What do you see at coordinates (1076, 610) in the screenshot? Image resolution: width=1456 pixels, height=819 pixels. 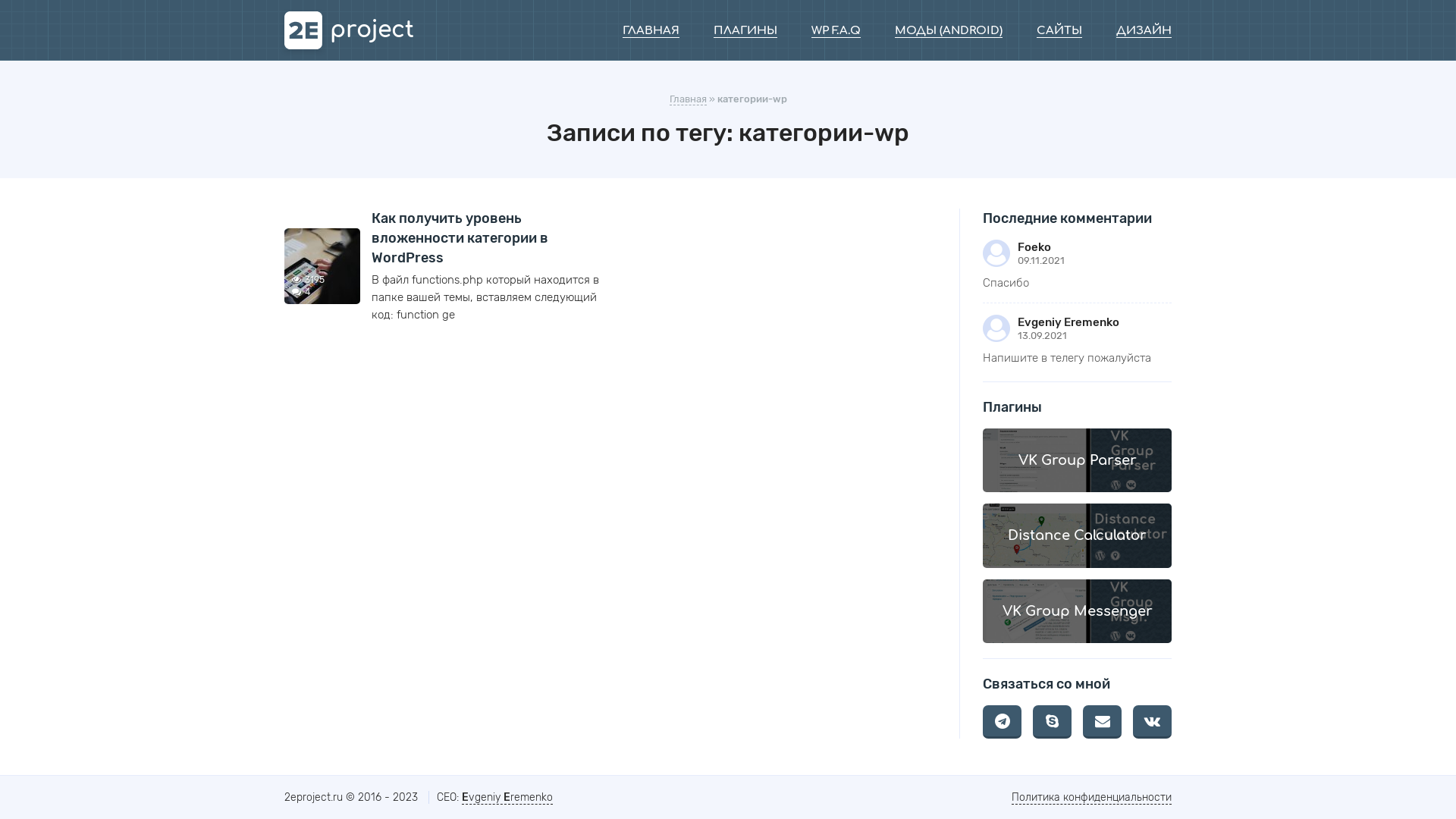 I see `'VK Group Messenger'` at bounding box center [1076, 610].